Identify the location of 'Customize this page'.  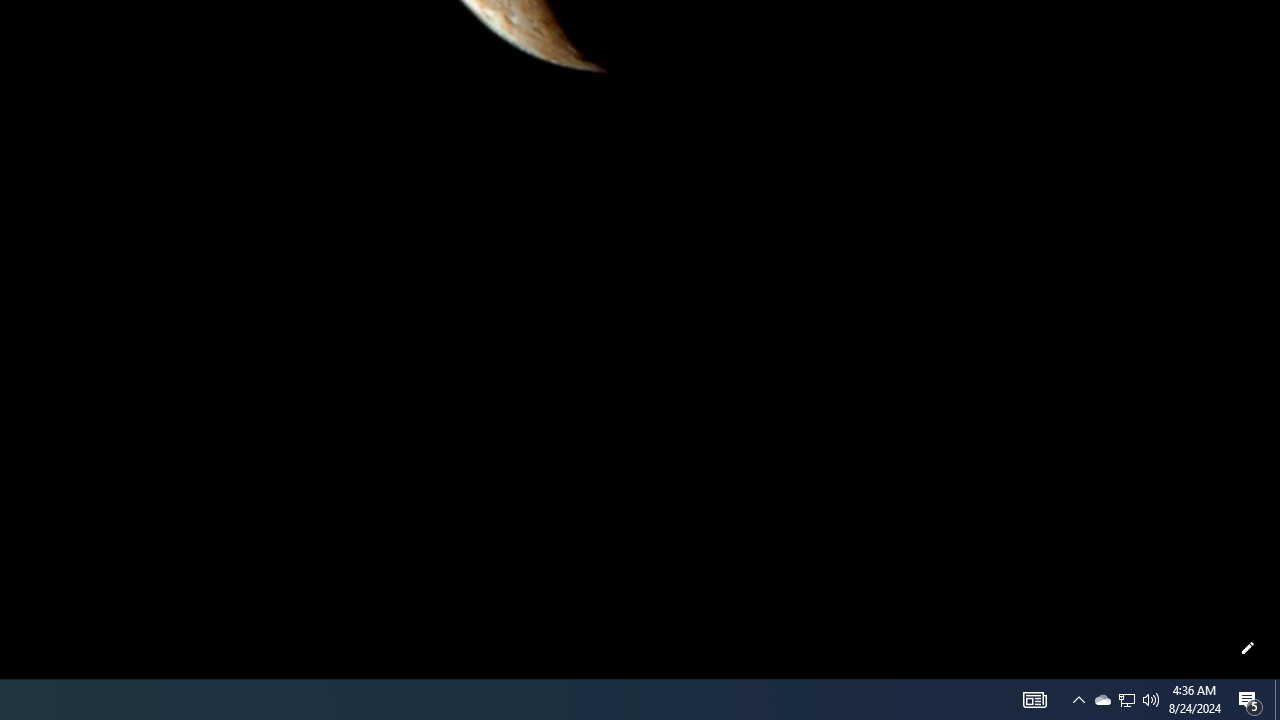
(1247, 648).